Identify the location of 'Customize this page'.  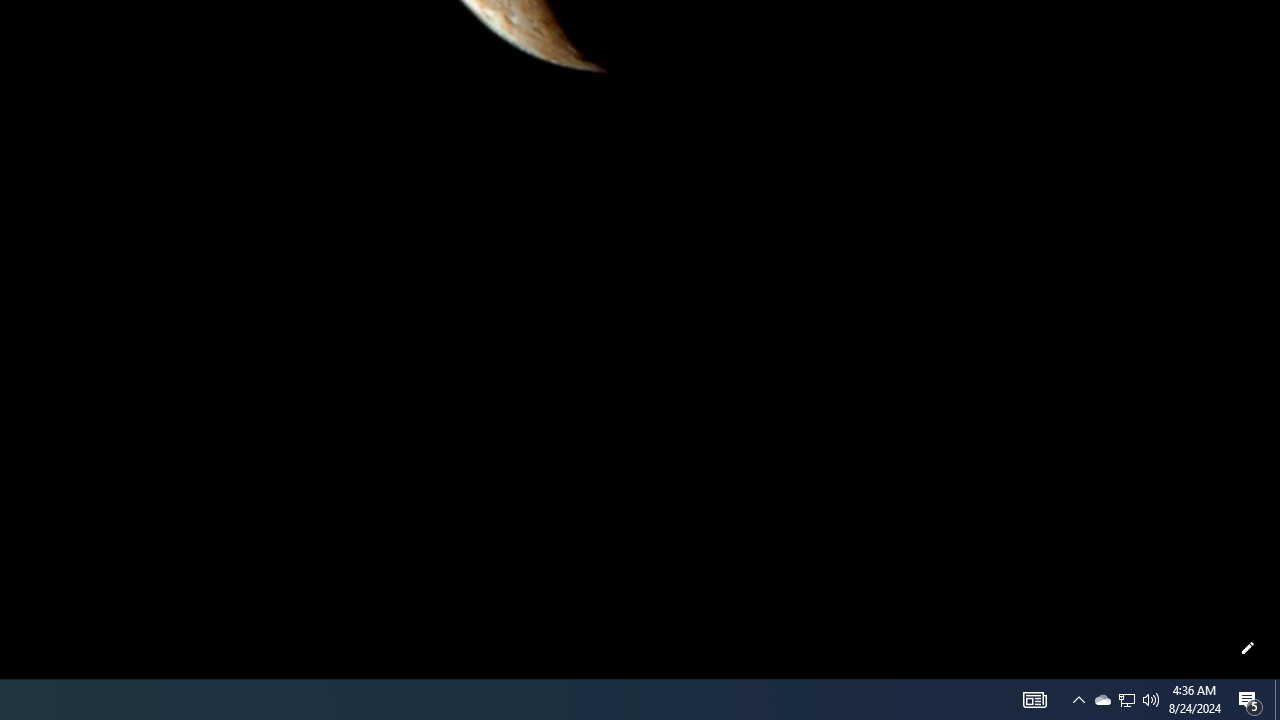
(1247, 648).